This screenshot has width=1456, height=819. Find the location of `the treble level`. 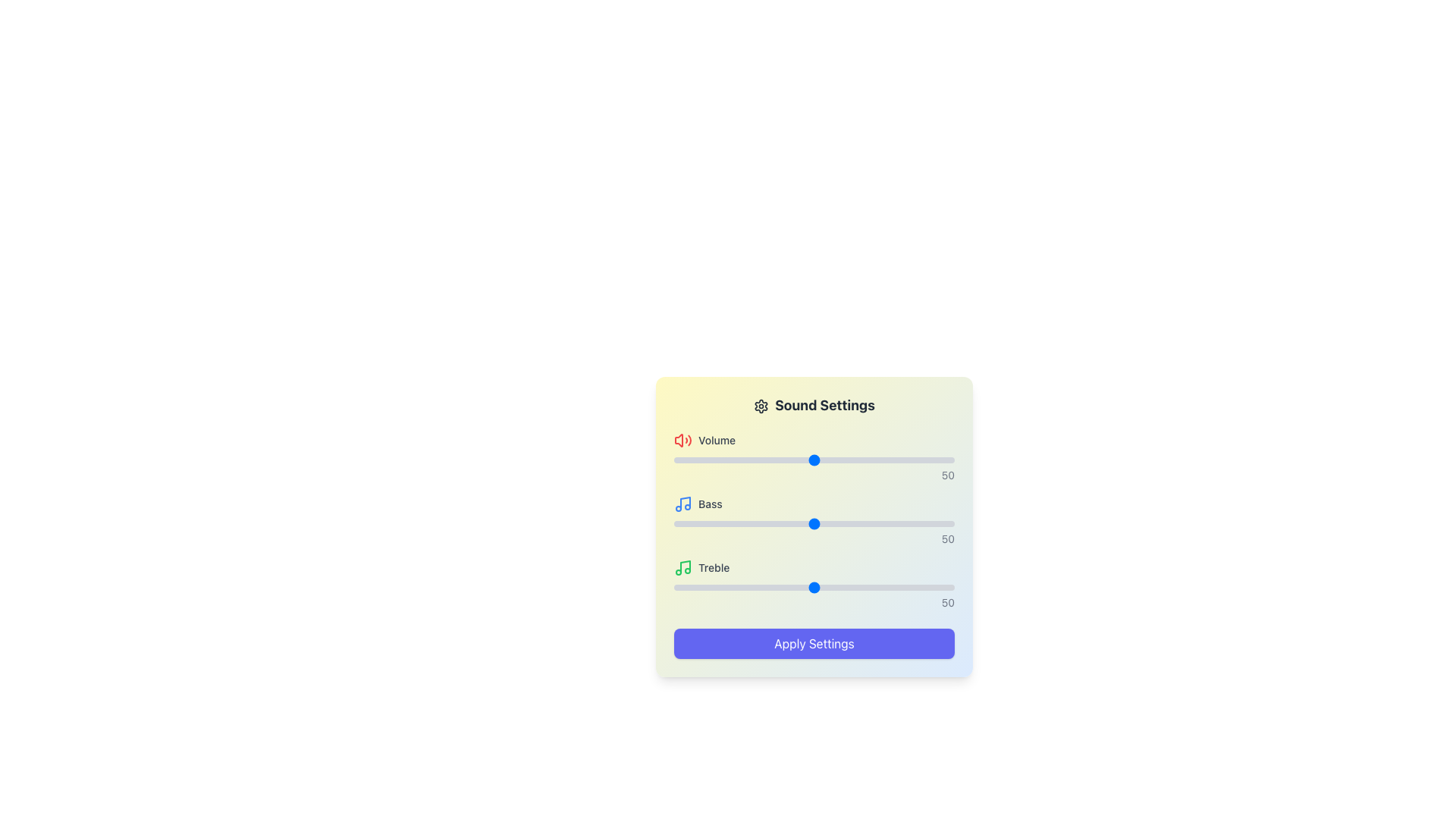

the treble level is located at coordinates (830, 587).